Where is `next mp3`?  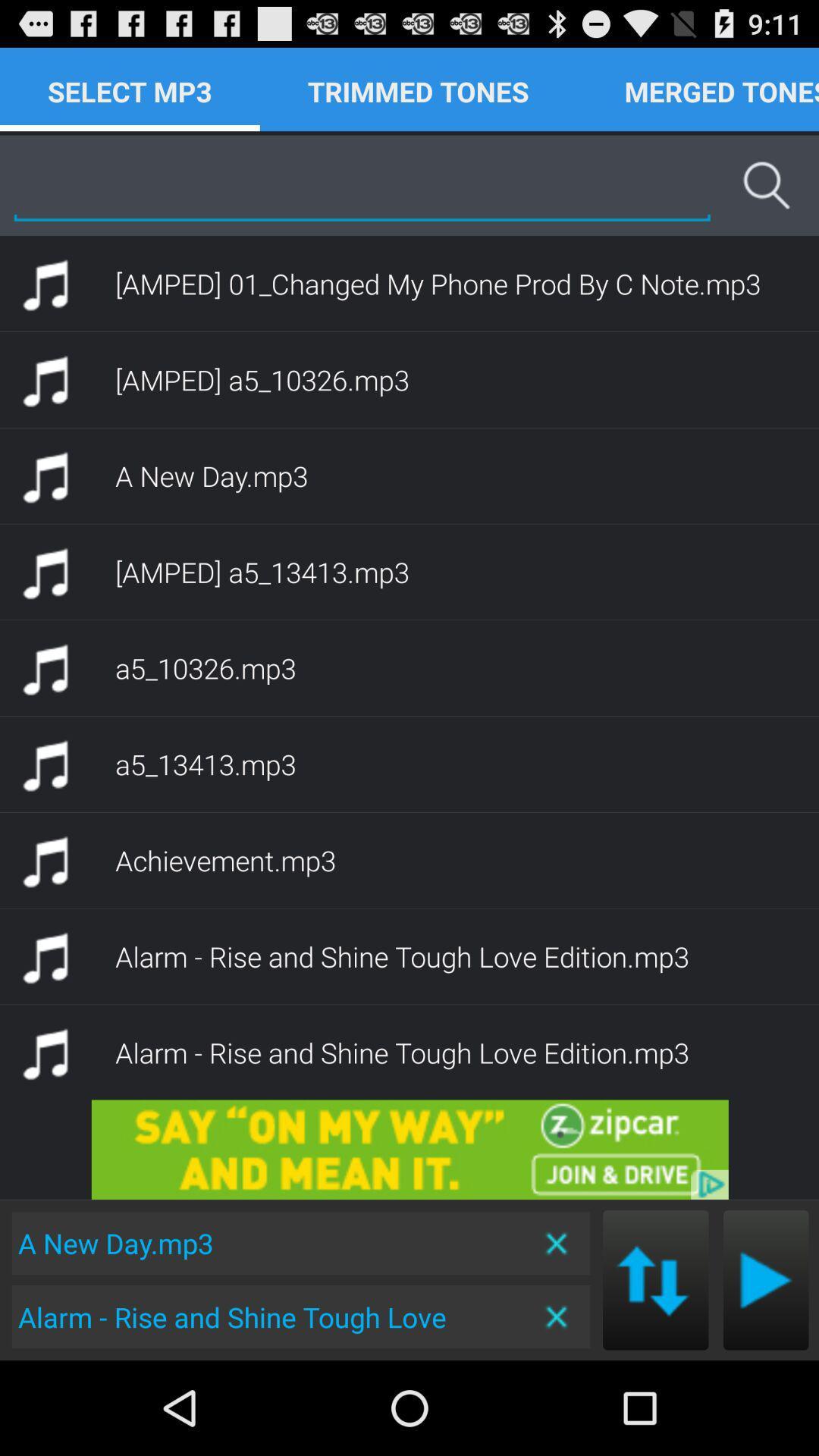 next mp3 is located at coordinates (654, 1279).